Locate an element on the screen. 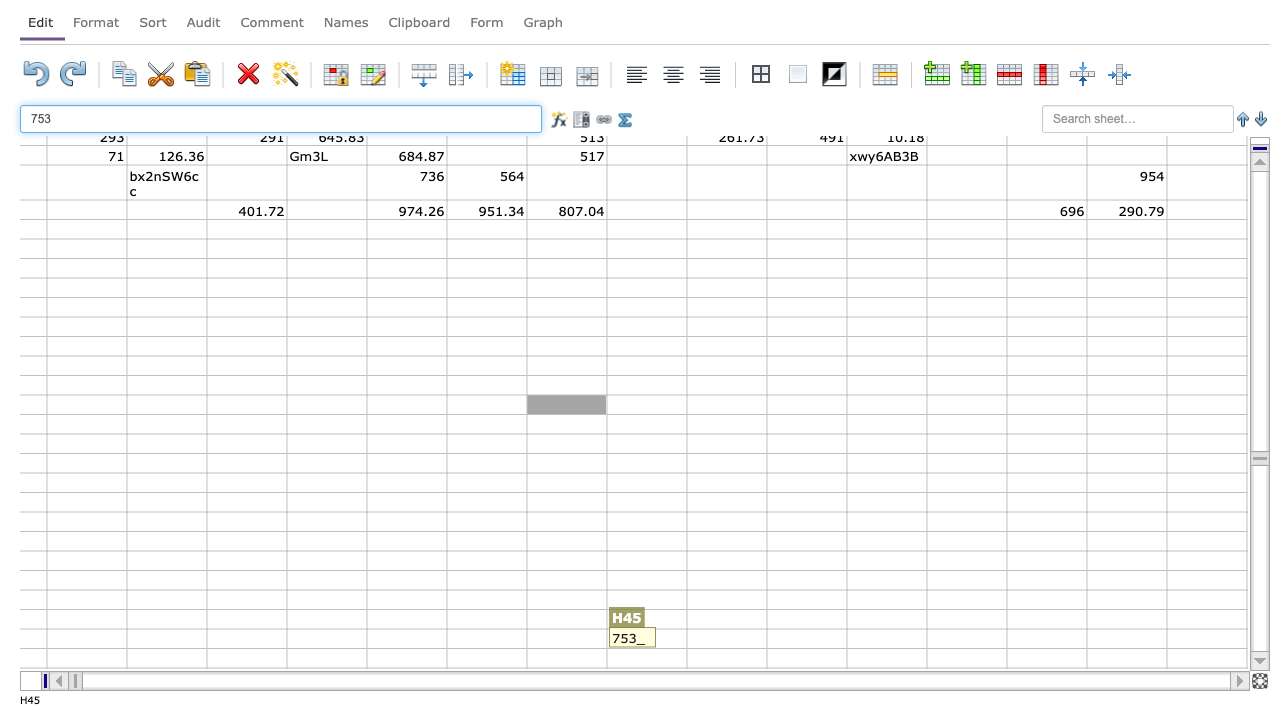 The image size is (1280, 720). right edge of J57 is located at coordinates (765, 638).